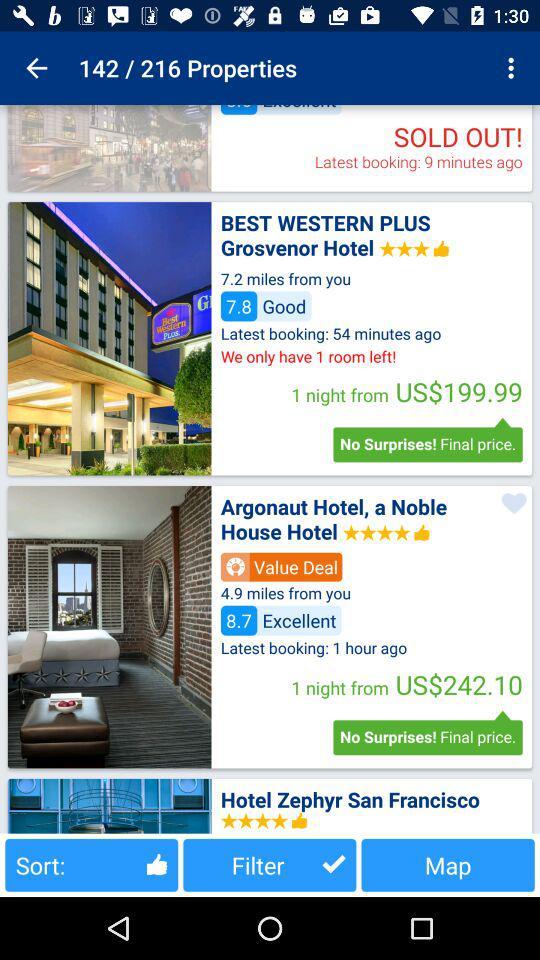 This screenshot has height=960, width=540. I want to click on the icon below the hotel zephyr san, so click(448, 864).